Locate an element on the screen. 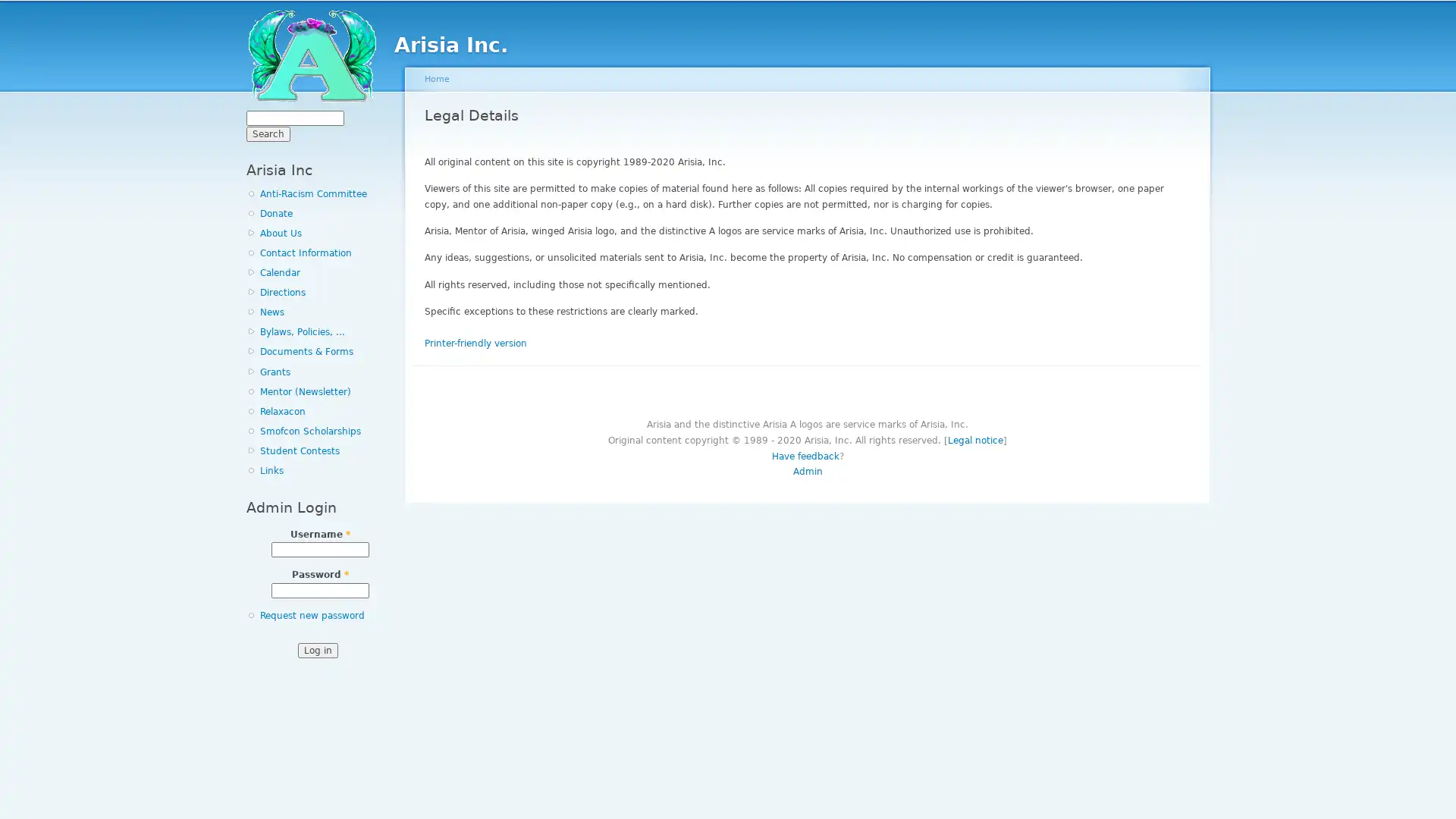 This screenshot has height=819, width=1456. Log in is located at coordinates (316, 648).